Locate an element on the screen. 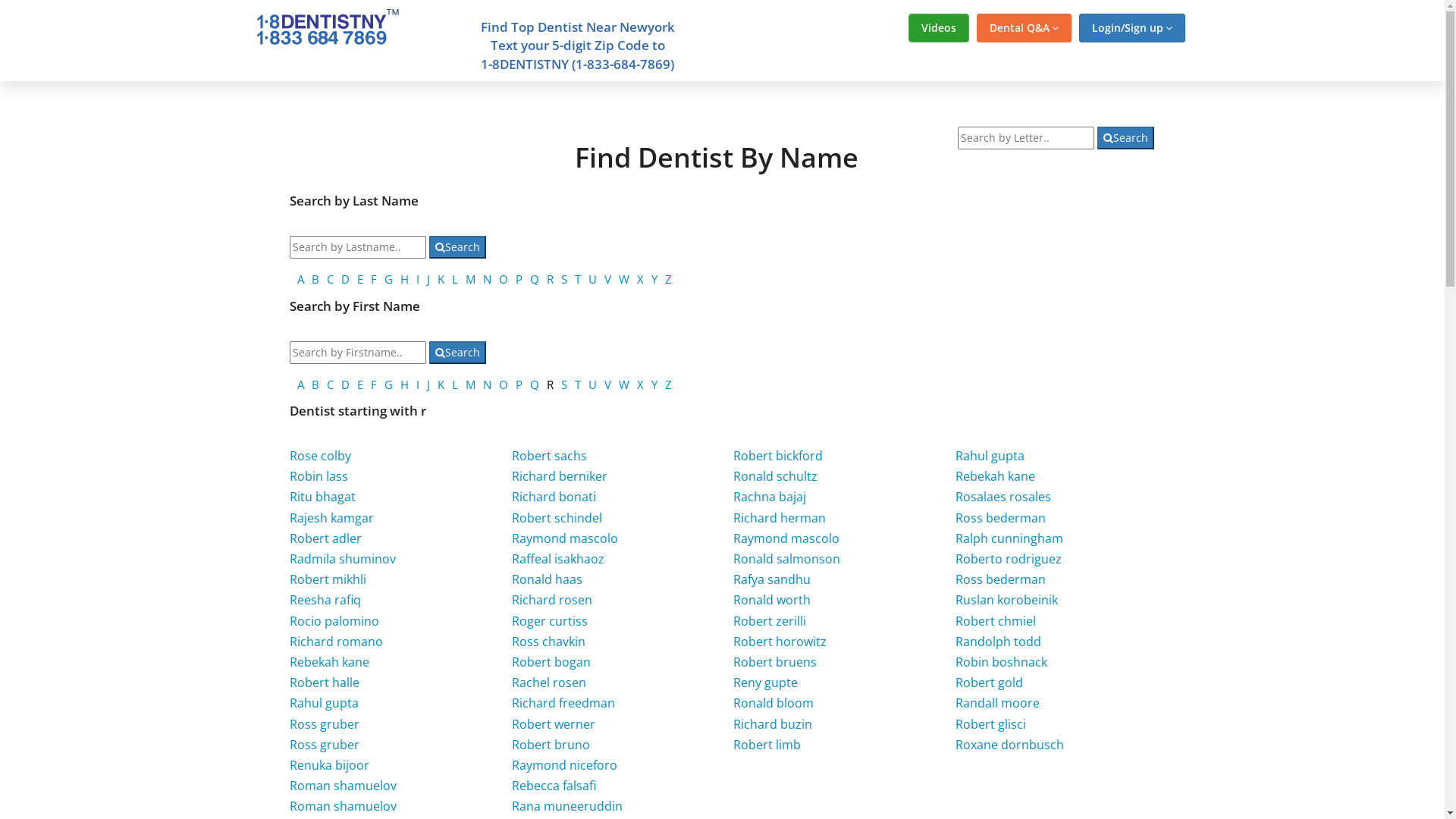  'Ritu bhagat' is located at coordinates (322, 497).